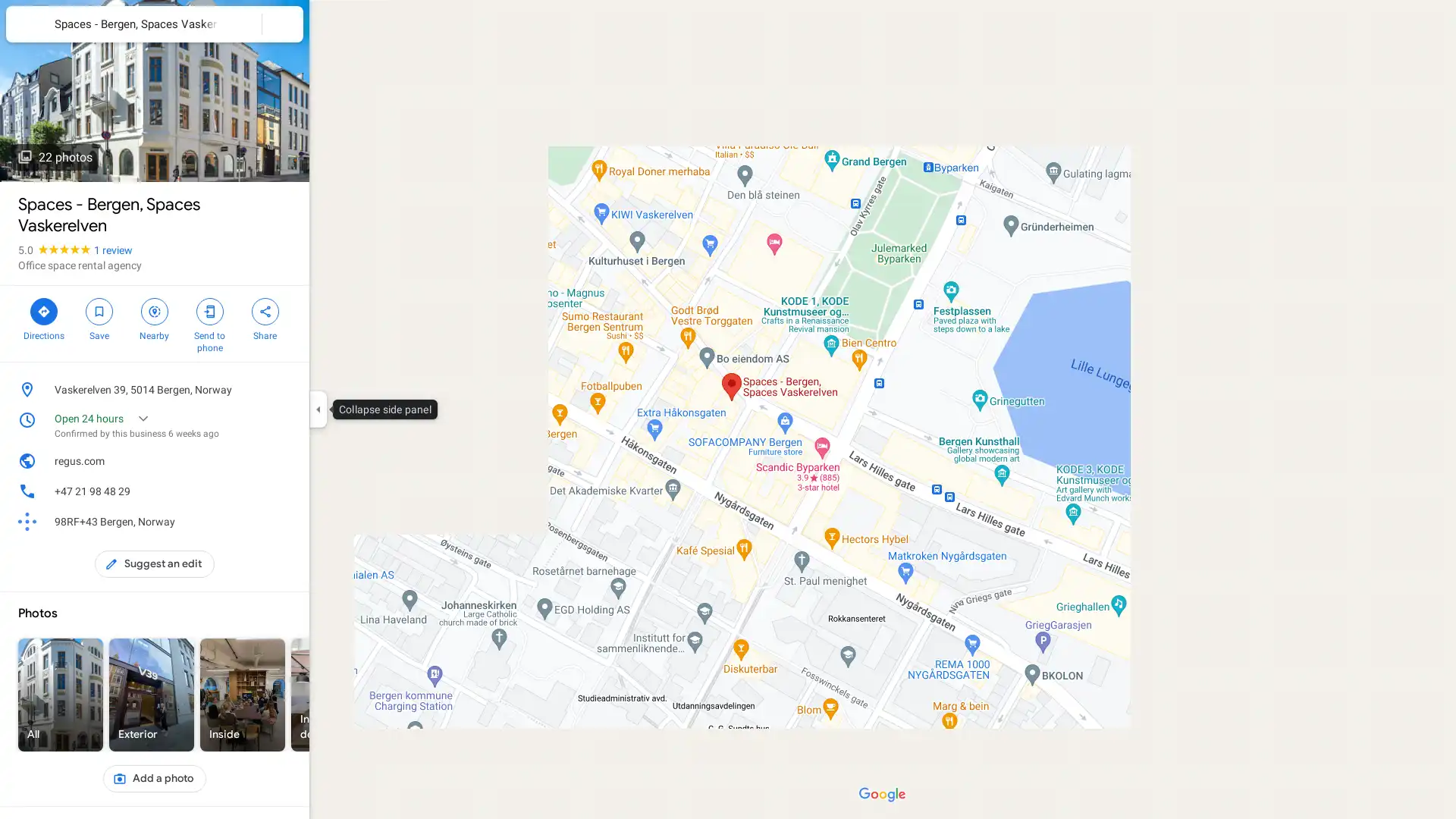 Image resolution: width=1456 pixels, height=819 pixels. What do you see at coordinates (154, 778) in the screenshot?
I see `Add a photo` at bounding box center [154, 778].